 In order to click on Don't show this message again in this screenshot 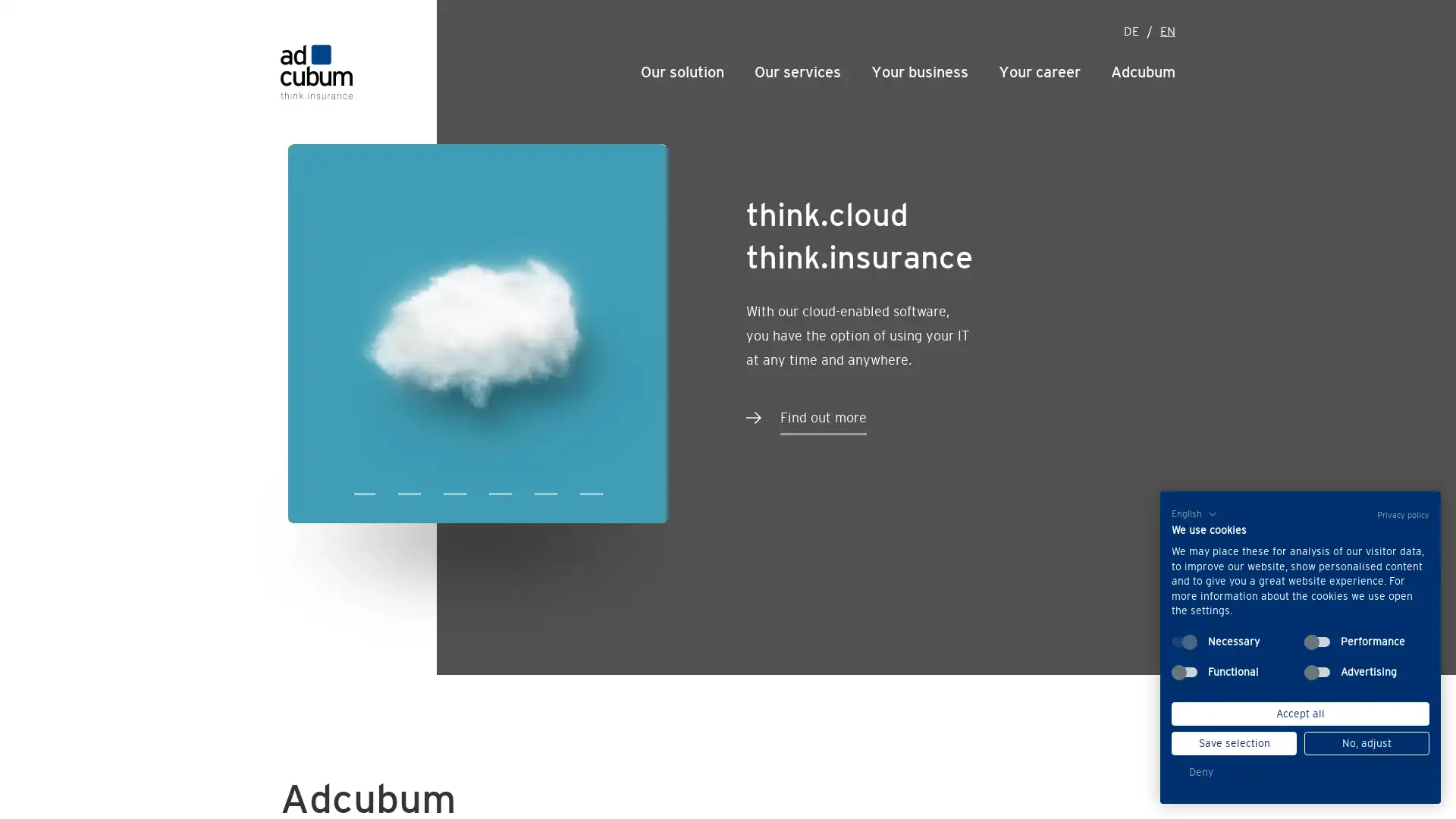, I will do `click(846, 11)`.